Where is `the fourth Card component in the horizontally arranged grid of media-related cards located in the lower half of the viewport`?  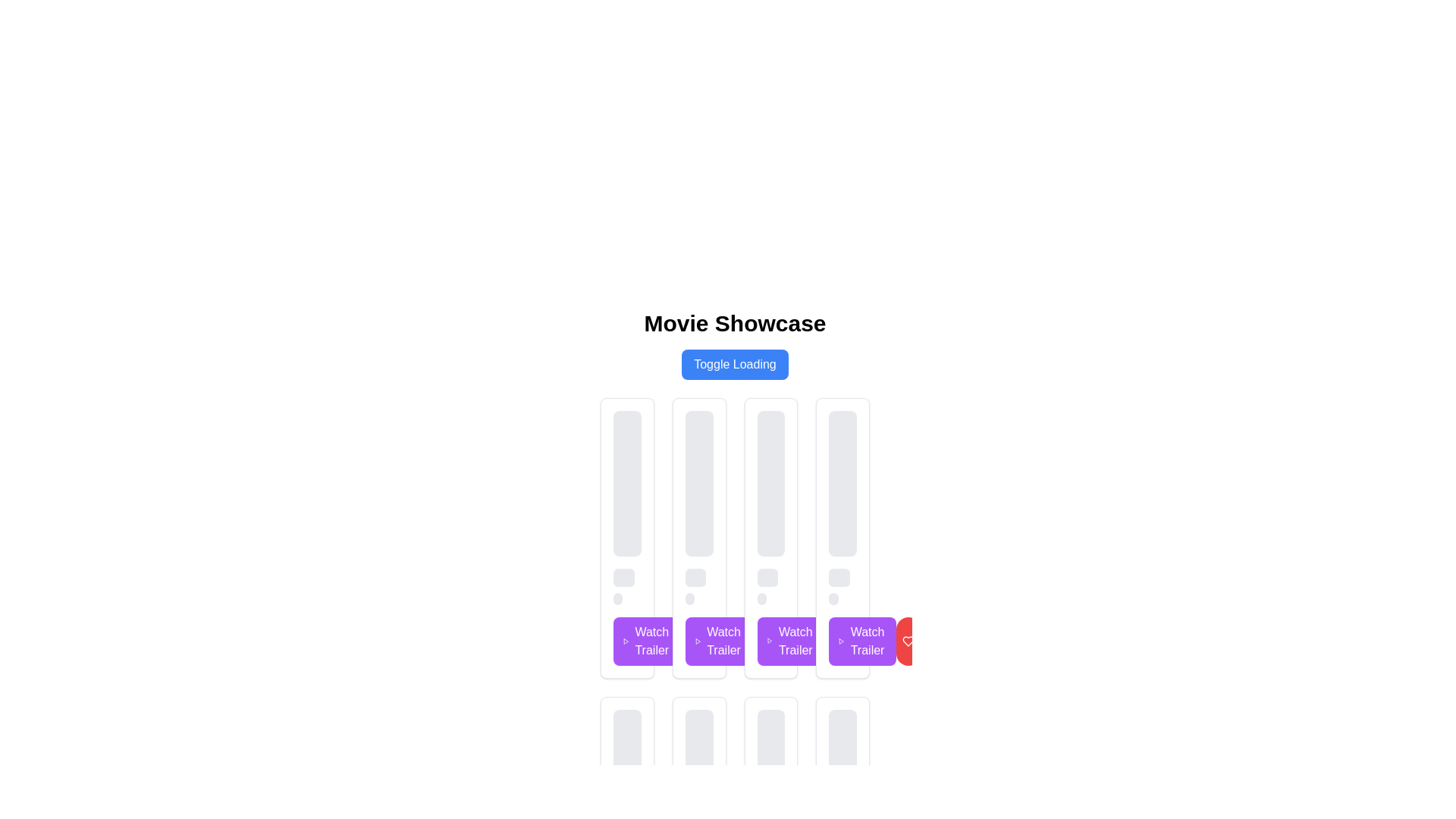 the fourth Card component in the horizontally arranged grid of media-related cards located in the lower half of the viewport is located at coordinates (842, 537).